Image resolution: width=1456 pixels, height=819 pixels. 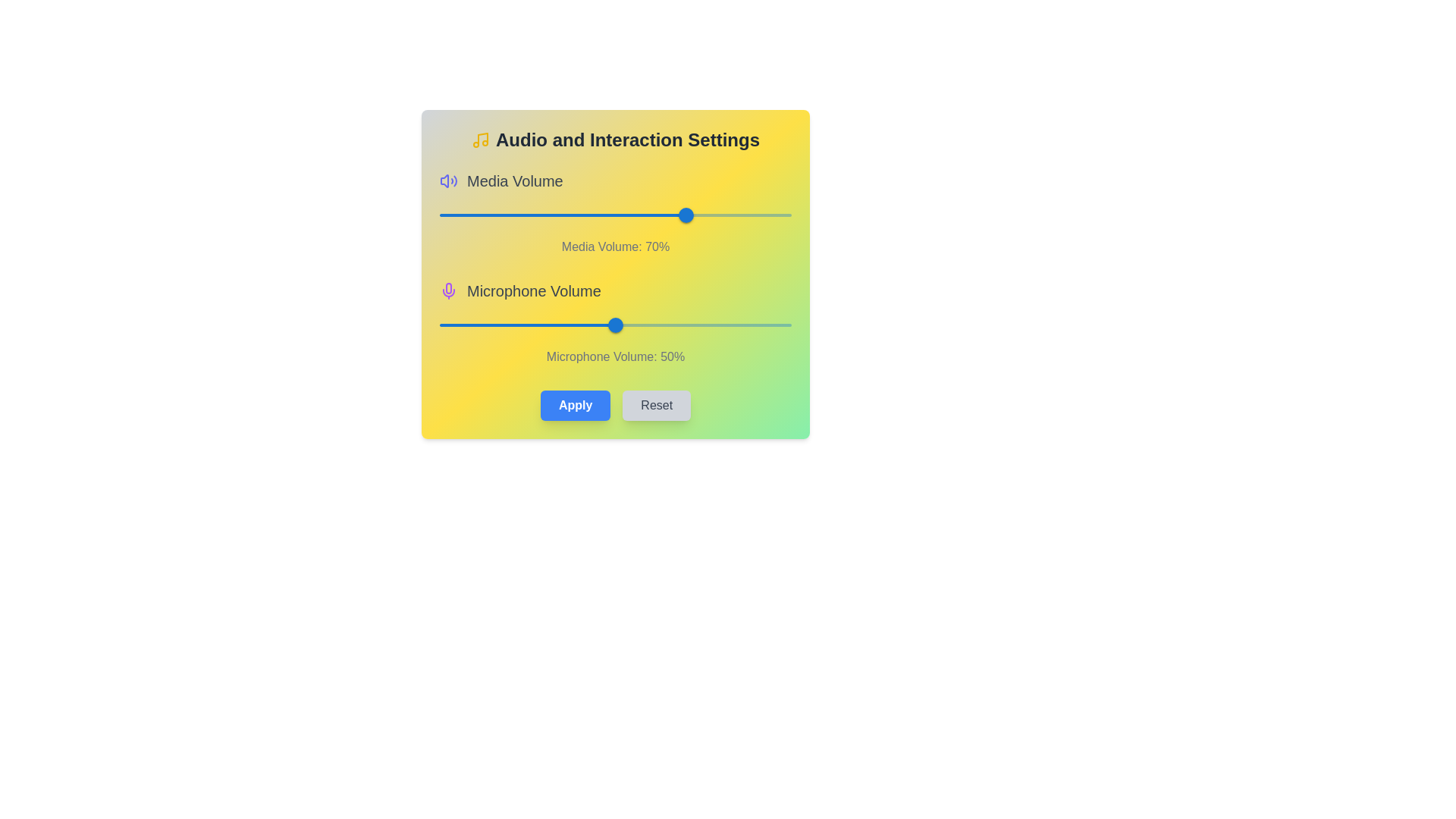 What do you see at coordinates (767, 324) in the screenshot?
I see `the microphone volume` at bounding box center [767, 324].